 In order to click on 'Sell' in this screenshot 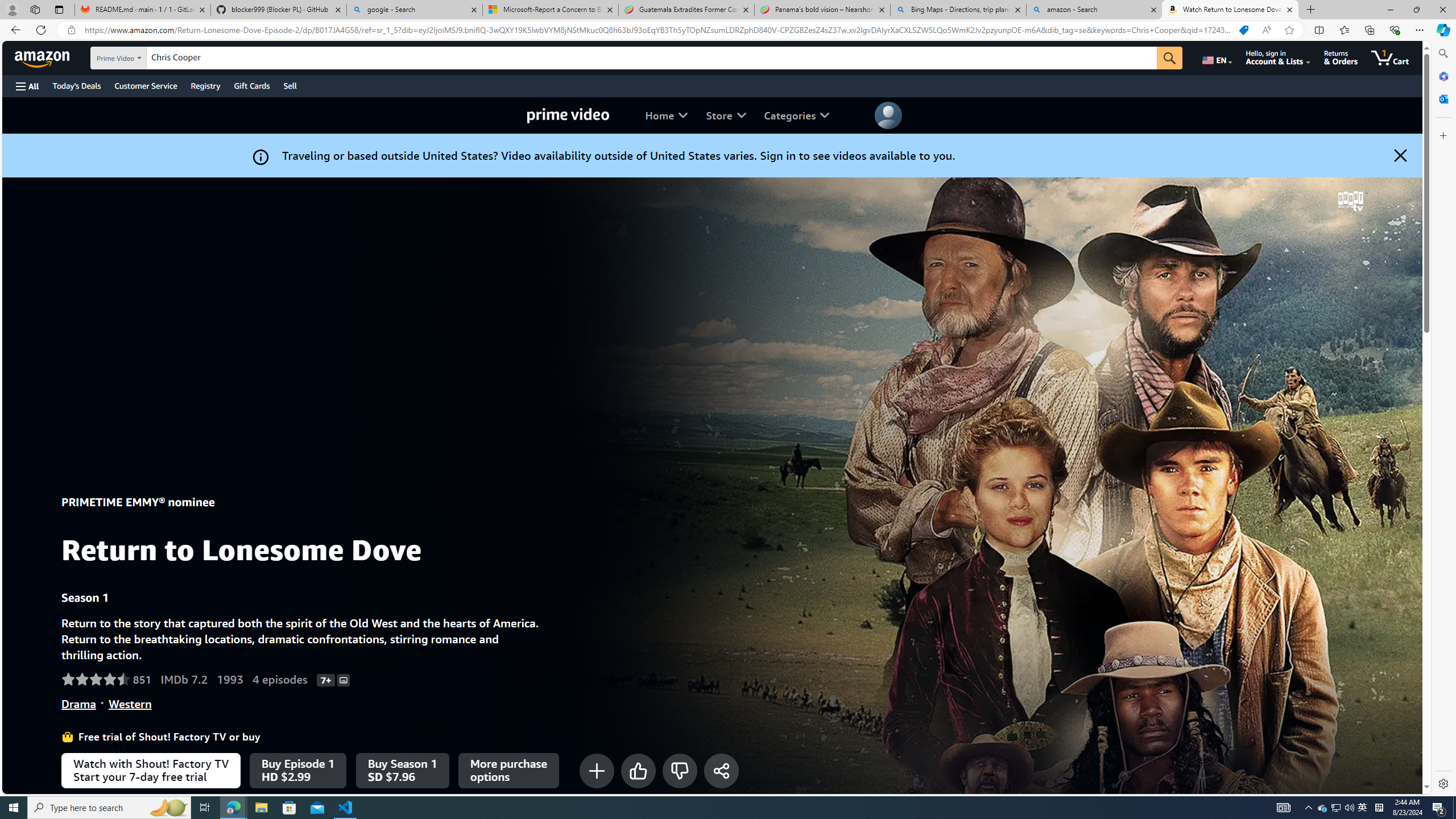, I will do `click(289, 85)`.